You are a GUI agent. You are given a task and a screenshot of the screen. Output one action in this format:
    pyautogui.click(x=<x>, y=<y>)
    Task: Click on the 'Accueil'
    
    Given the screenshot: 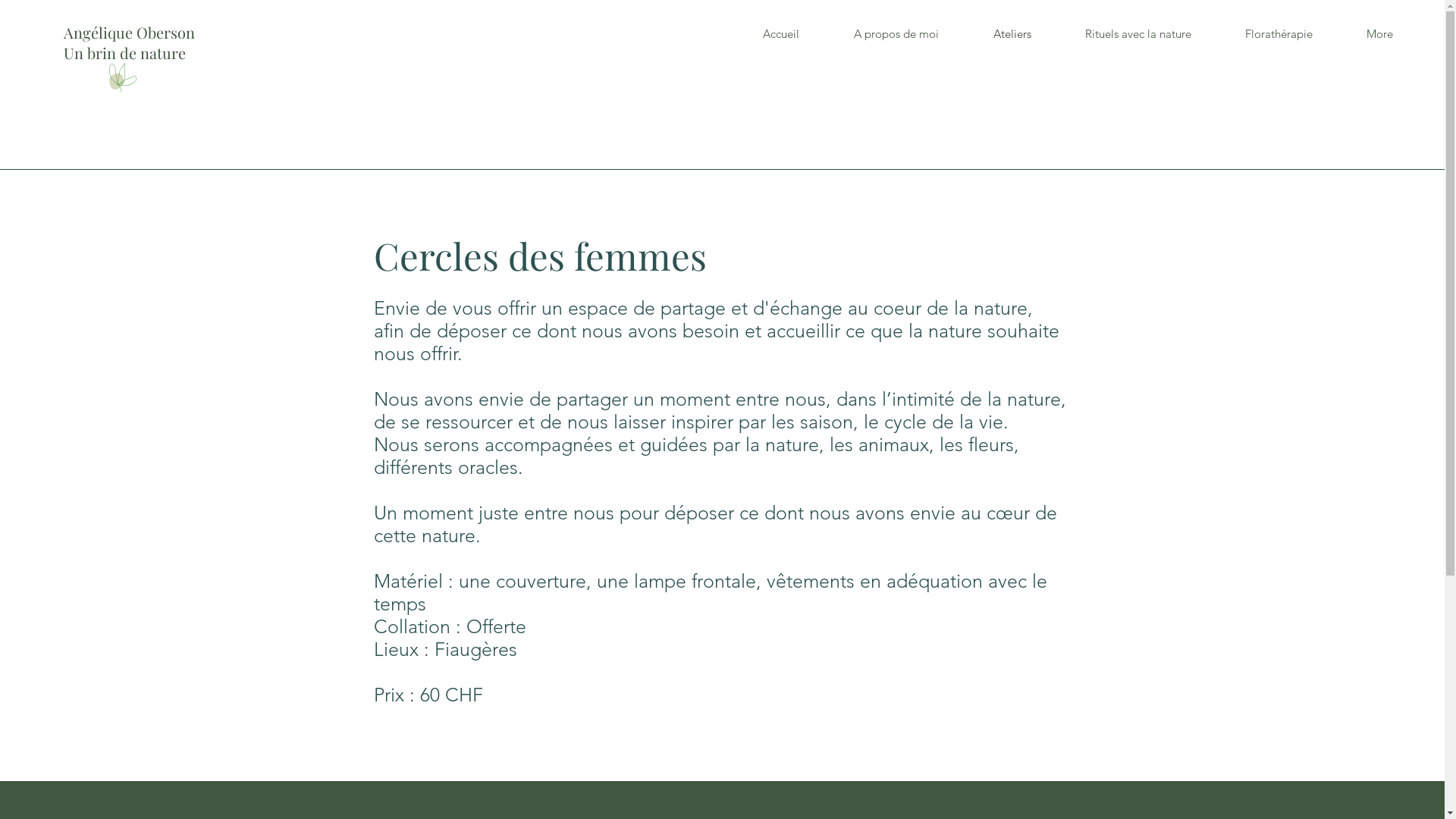 What is the action you would take?
    pyautogui.click(x=781, y=34)
    